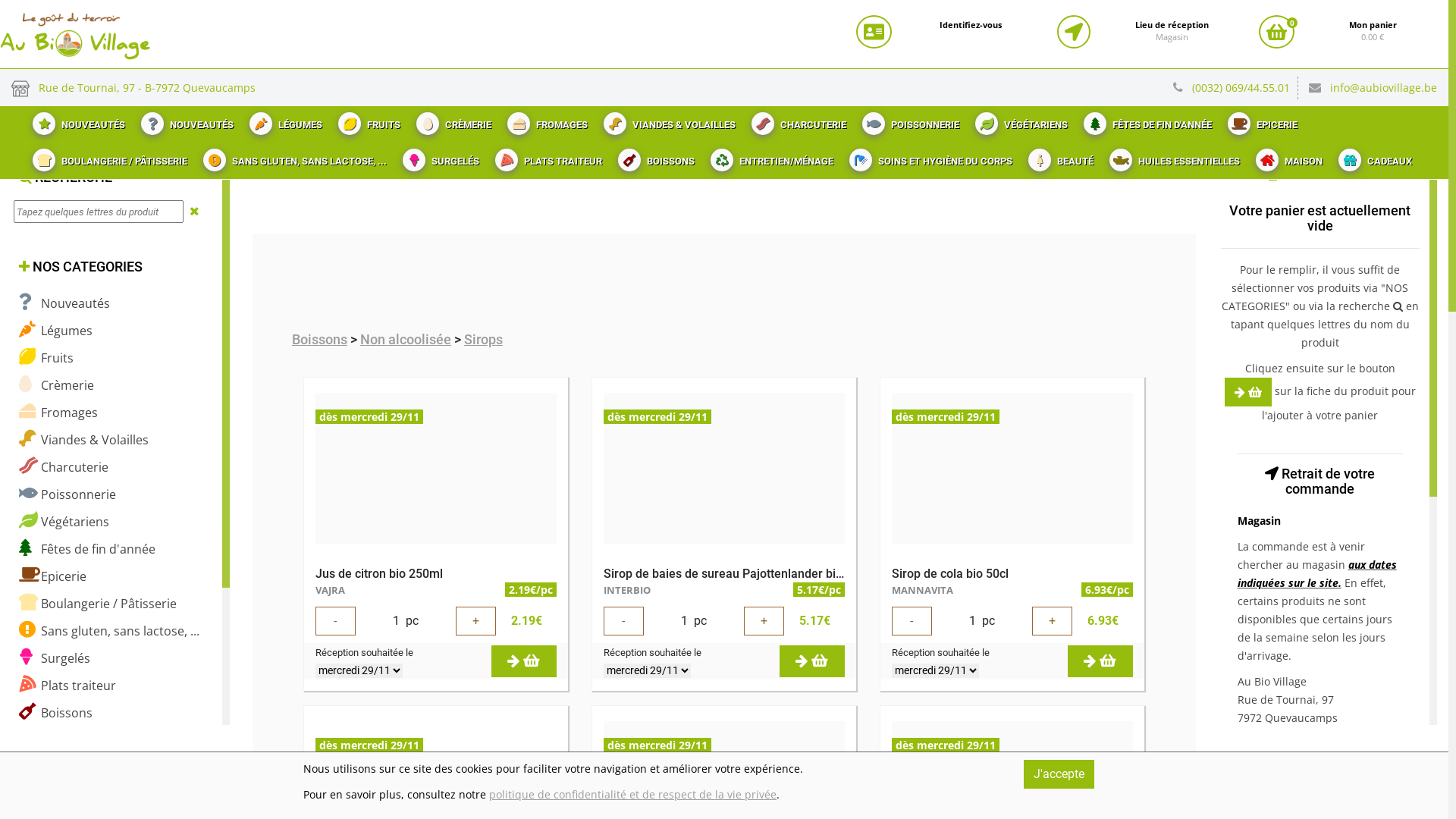 The height and width of the screenshot is (819, 1456). What do you see at coordinates (367, 119) in the screenshot?
I see `'FRUITS'` at bounding box center [367, 119].